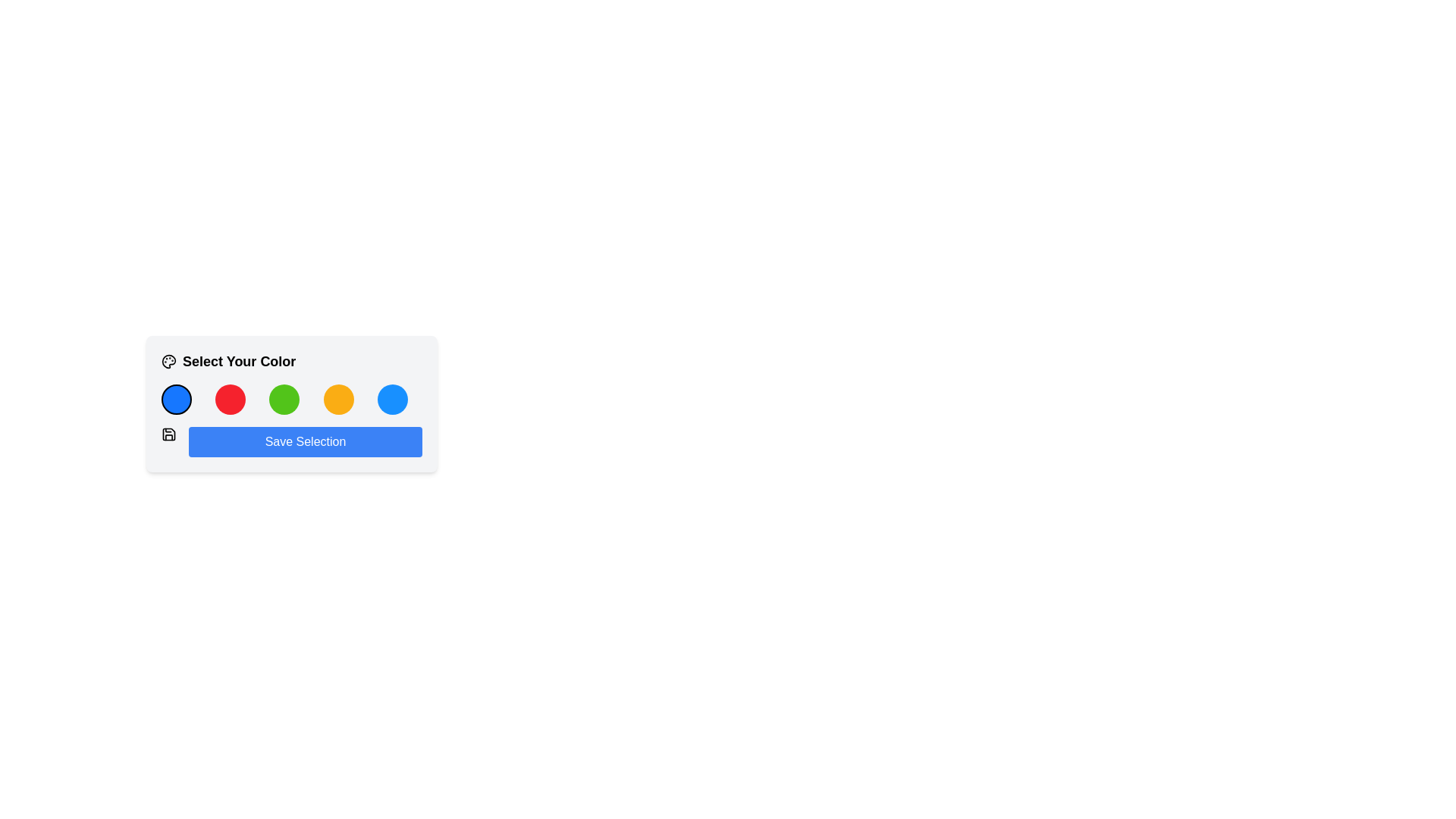 The image size is (1456, 819). I want to click on the save button located centrally below the color selection grid to observe the hover effect, so click(291, 421).